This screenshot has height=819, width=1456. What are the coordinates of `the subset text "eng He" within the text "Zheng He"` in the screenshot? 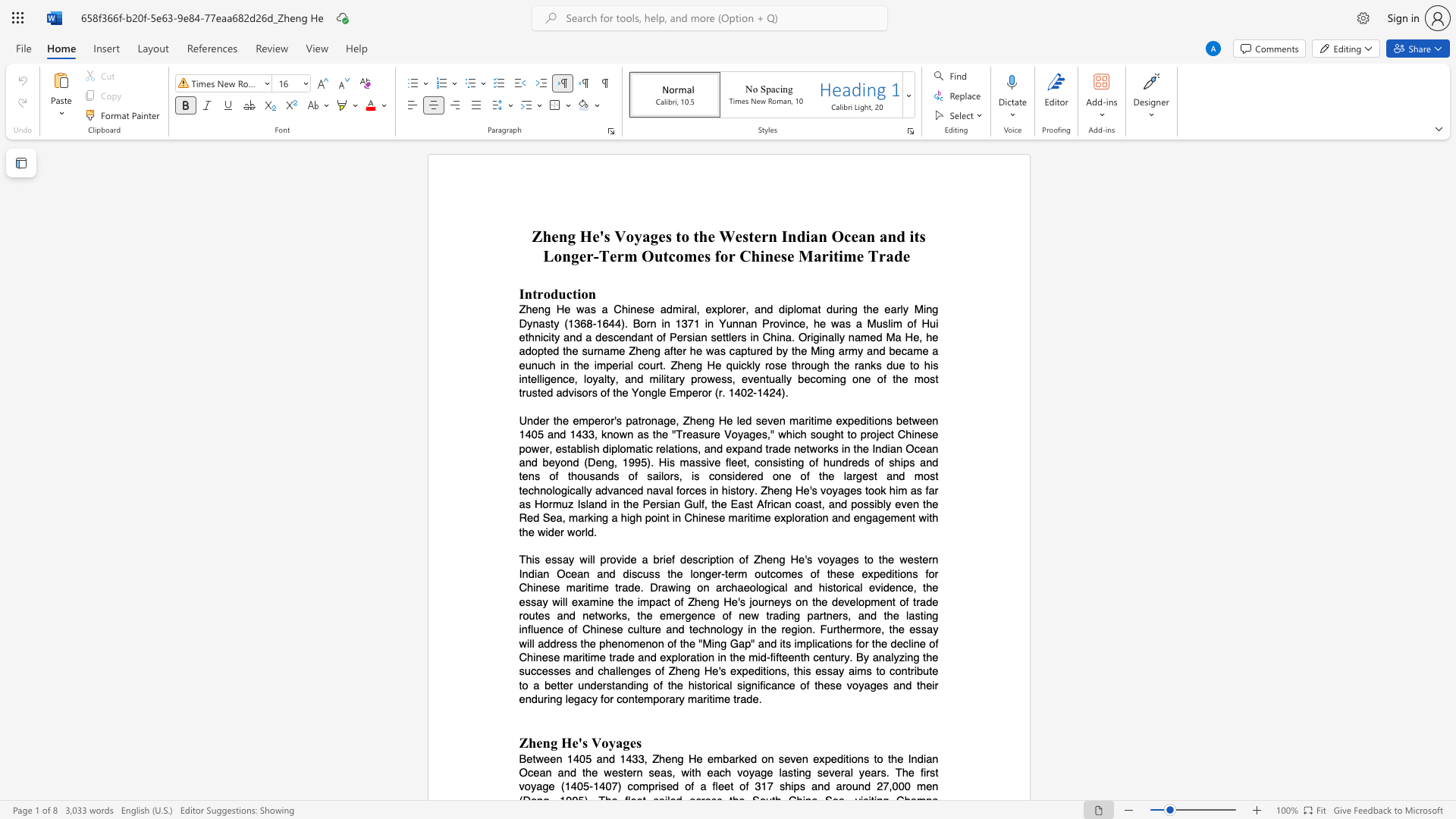 It's located at (551, 237).